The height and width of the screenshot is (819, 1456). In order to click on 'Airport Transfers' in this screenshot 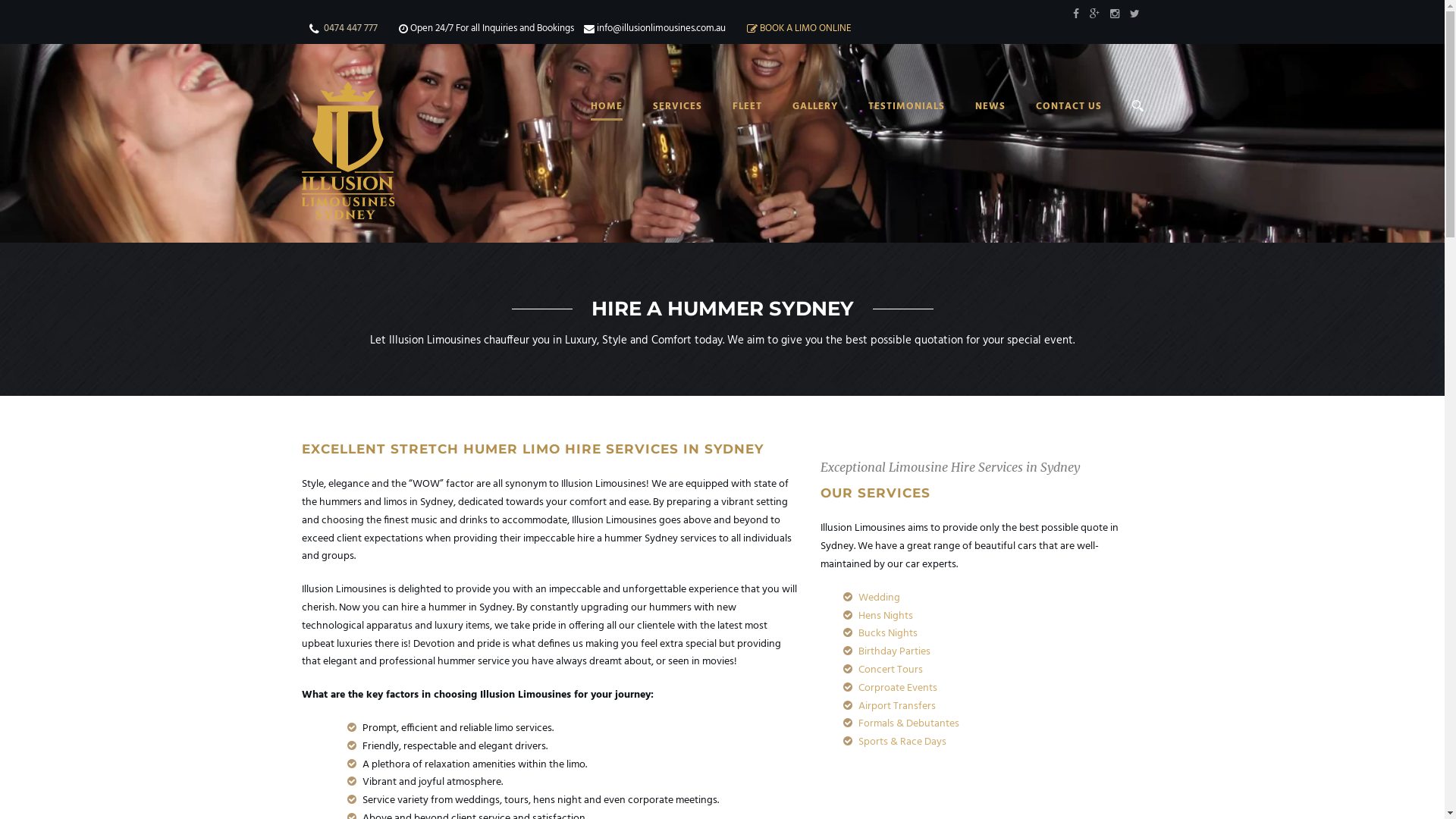, I will do `click(858, 706)`.